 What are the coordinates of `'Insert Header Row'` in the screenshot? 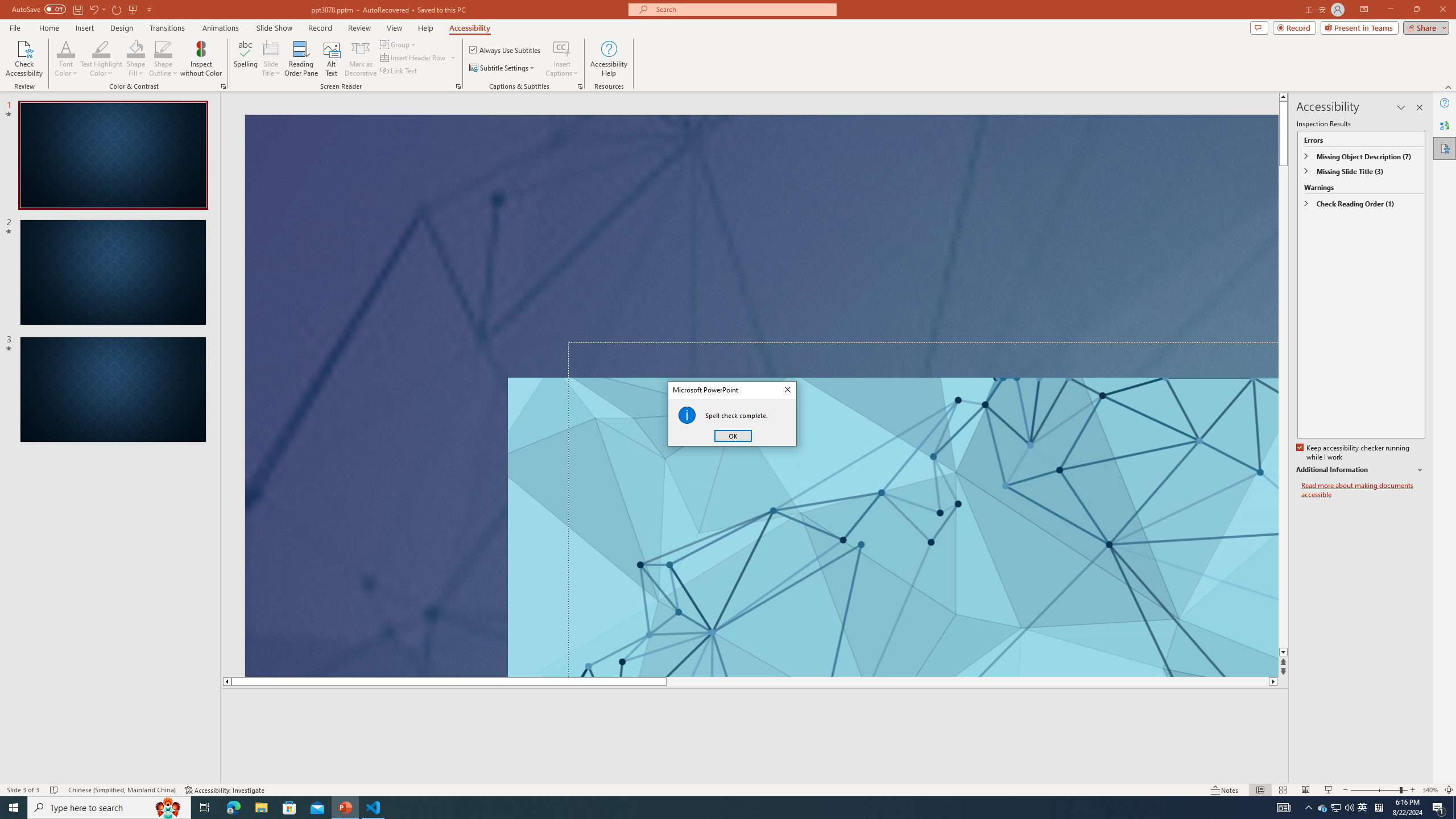 It's located at (413, 56).